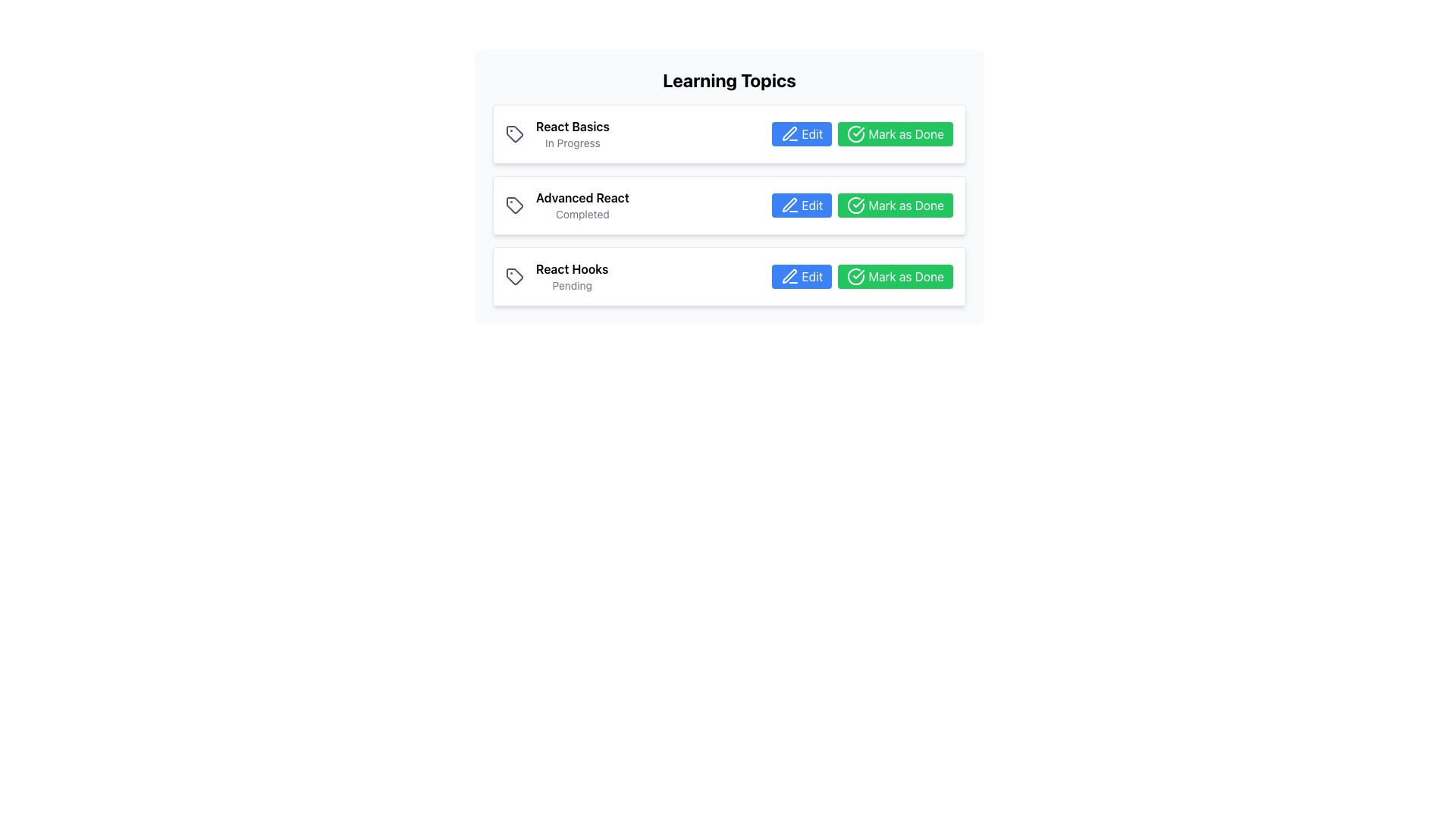  I want to click on the title text label reading 'Learning Topics', which is styled in bold, large-sized black text at the top of the module, so click(729, 80).